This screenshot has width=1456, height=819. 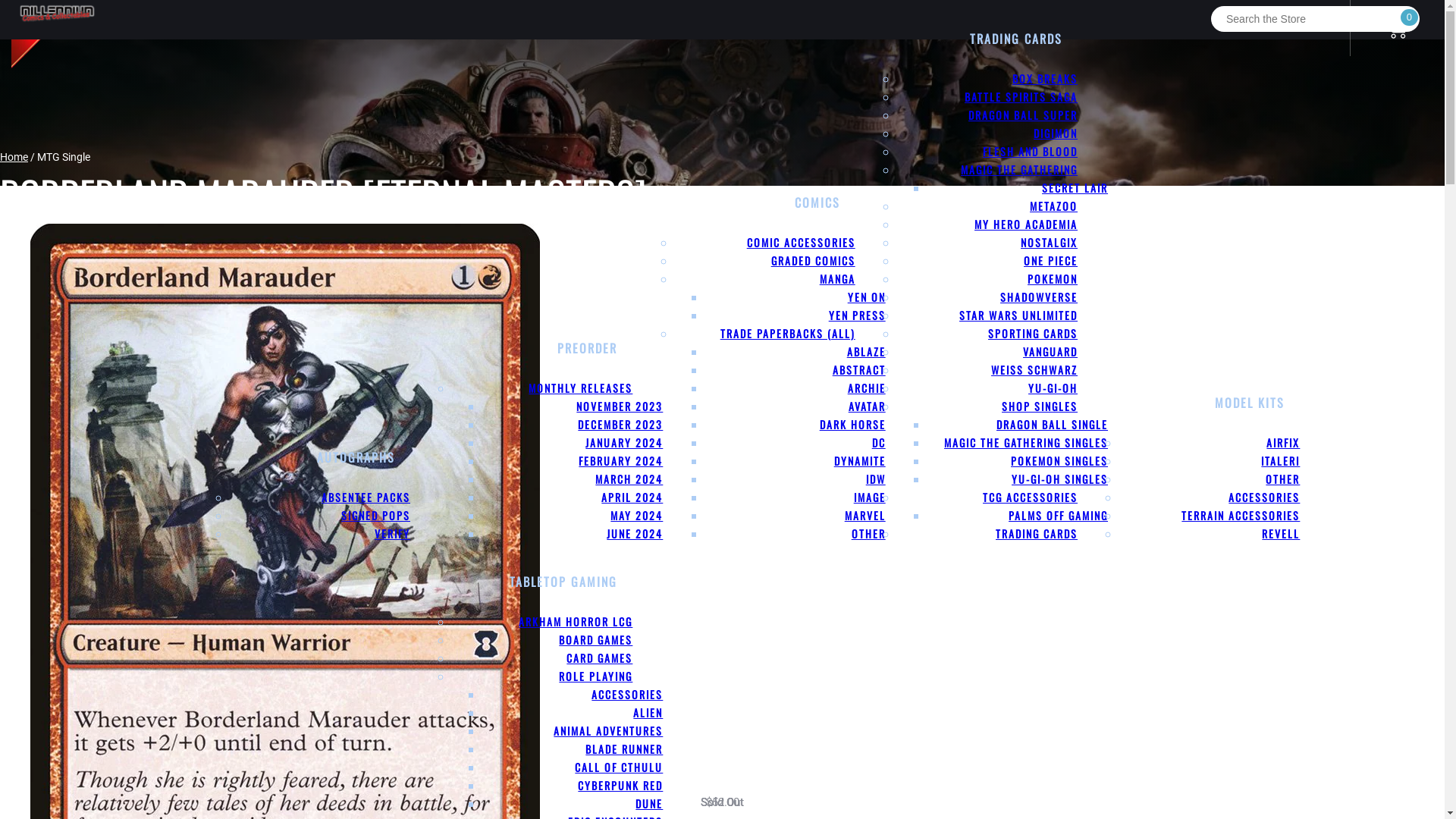 What do you see at coordinates (866, 387) in the screenshot?
I see `'ARCHIE'` at bounding box center [866, 387].